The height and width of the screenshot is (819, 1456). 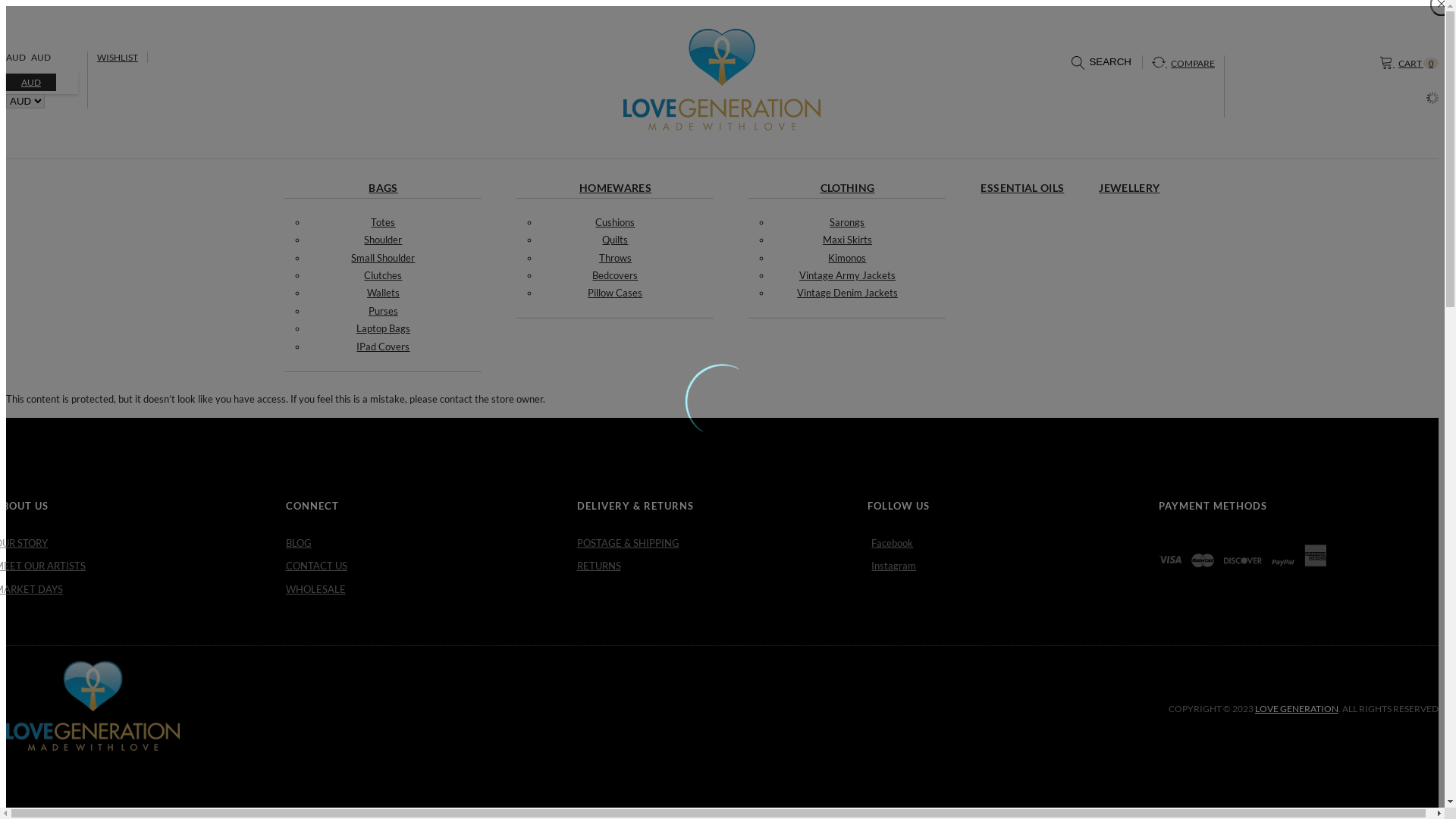 I want to click on 'Wallets', so click(x=383, y=292).